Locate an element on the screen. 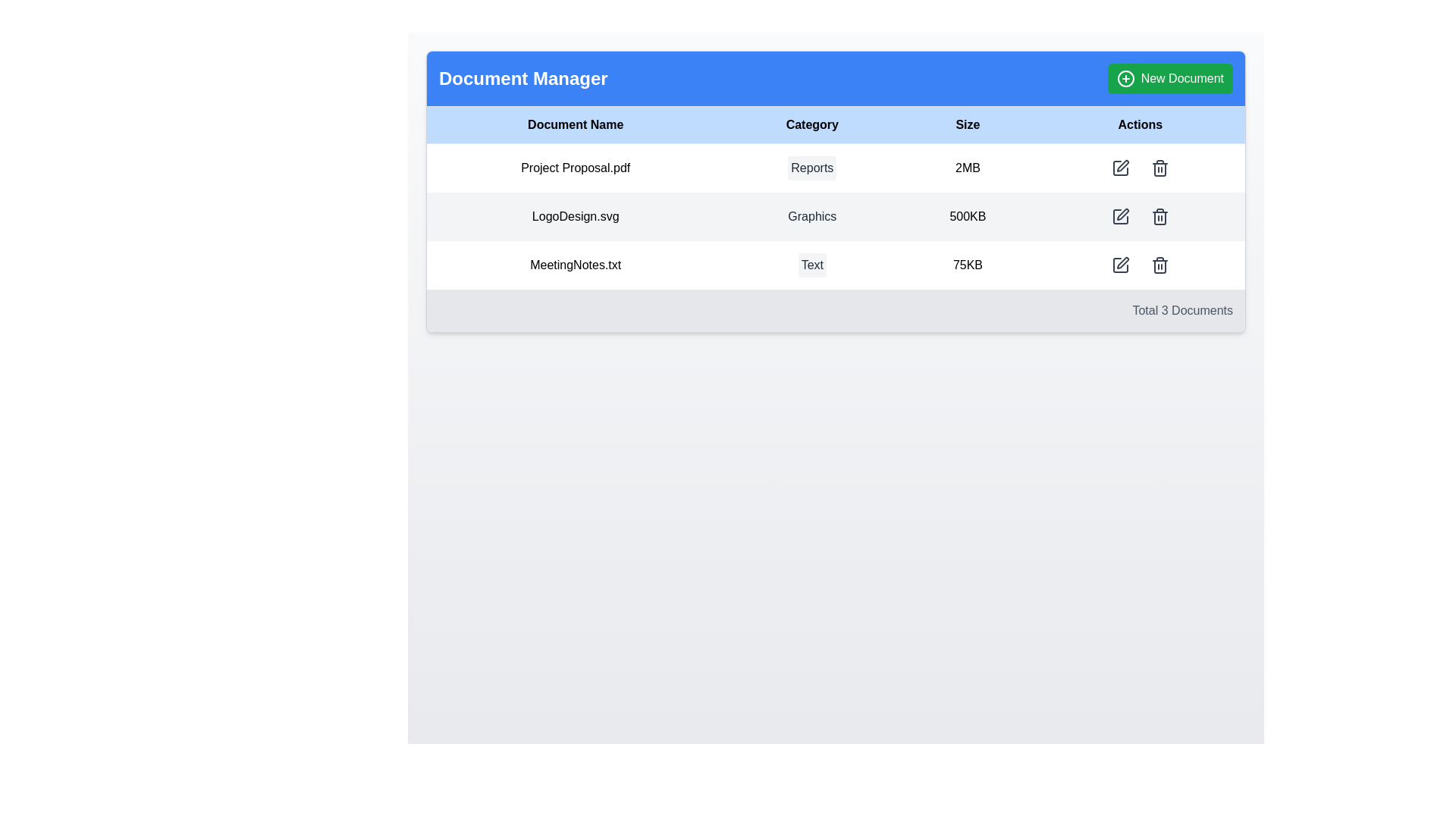 This screenshot has width=1456, height=819. the circular element inside the 'New Document' button at the top-right corner of the interface, which represents the 'add new' action is located at coordinates (1125, 79).